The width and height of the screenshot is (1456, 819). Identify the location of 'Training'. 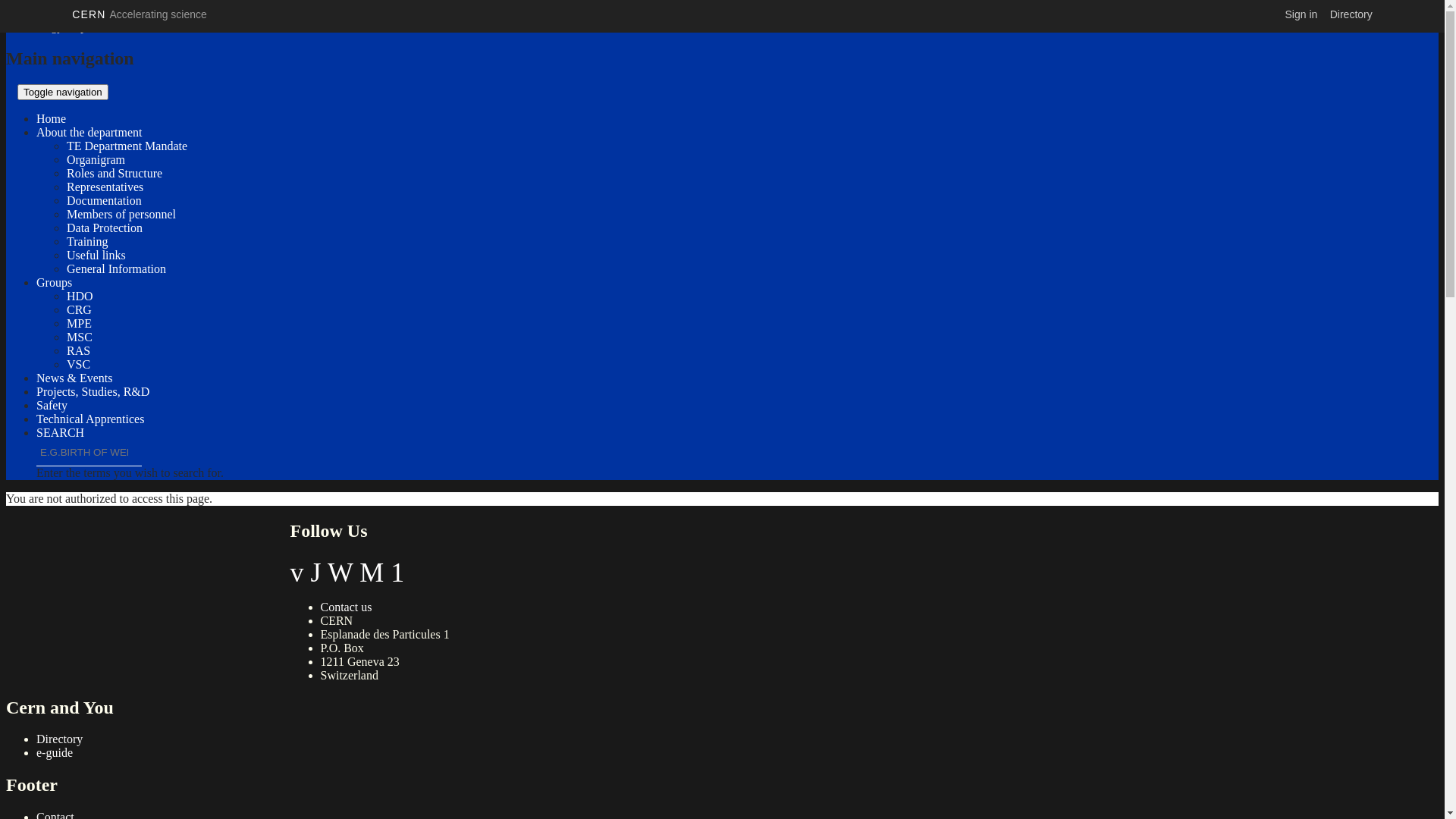
(86, 240).